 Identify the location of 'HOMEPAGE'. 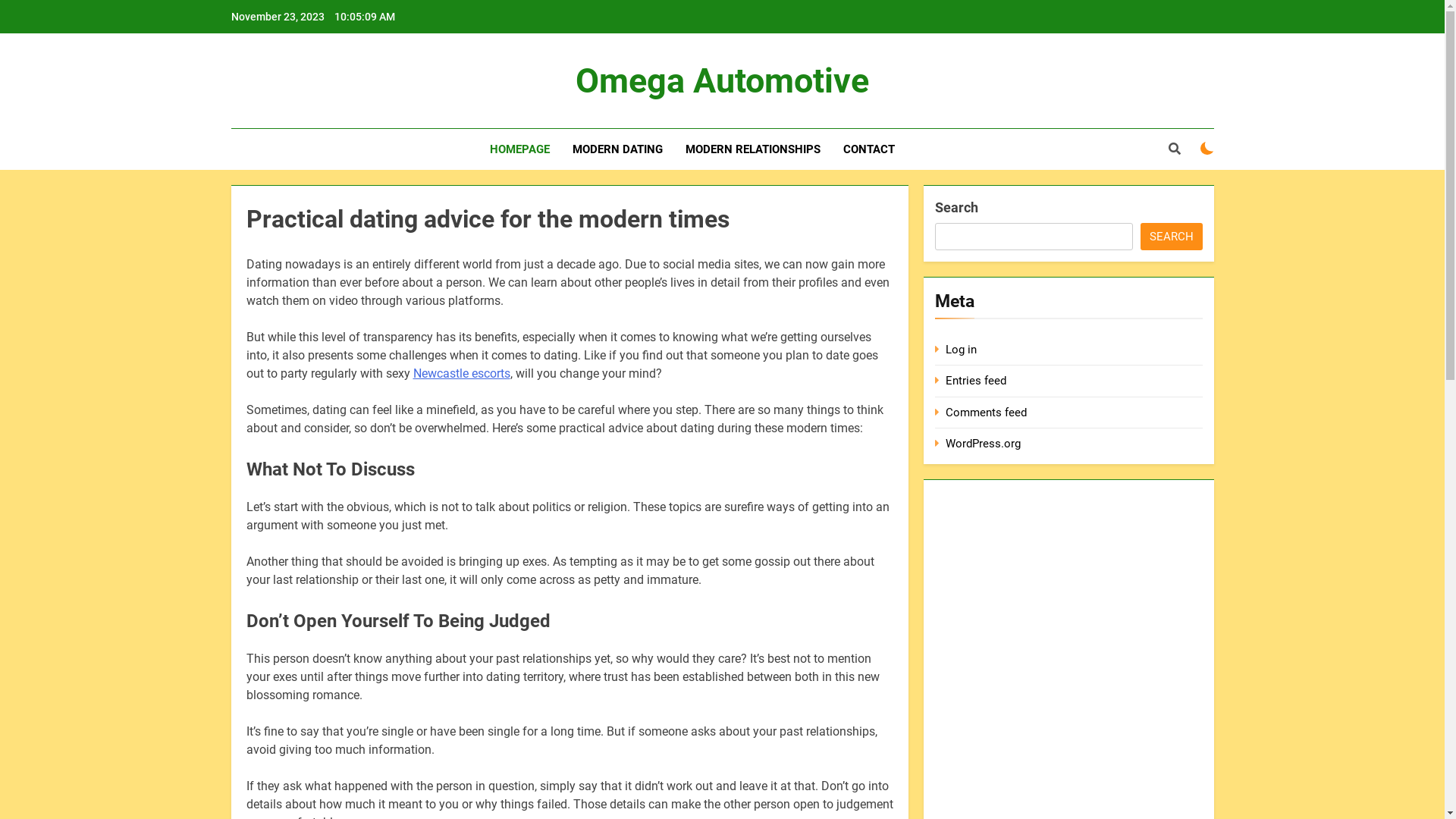
(519, 149).